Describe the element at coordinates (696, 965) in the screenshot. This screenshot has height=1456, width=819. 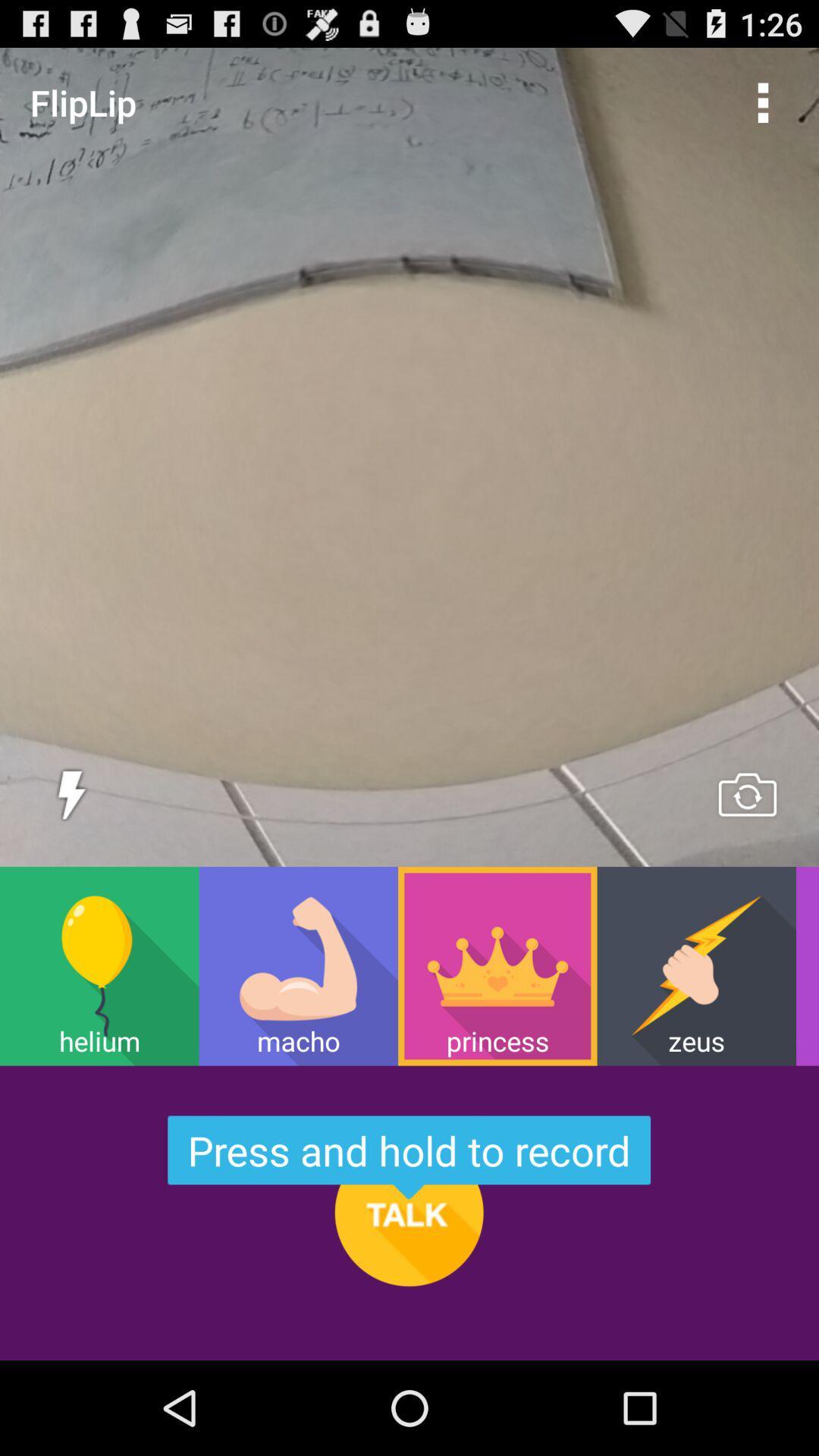
I see `the icon to the right of the princess` at that location.